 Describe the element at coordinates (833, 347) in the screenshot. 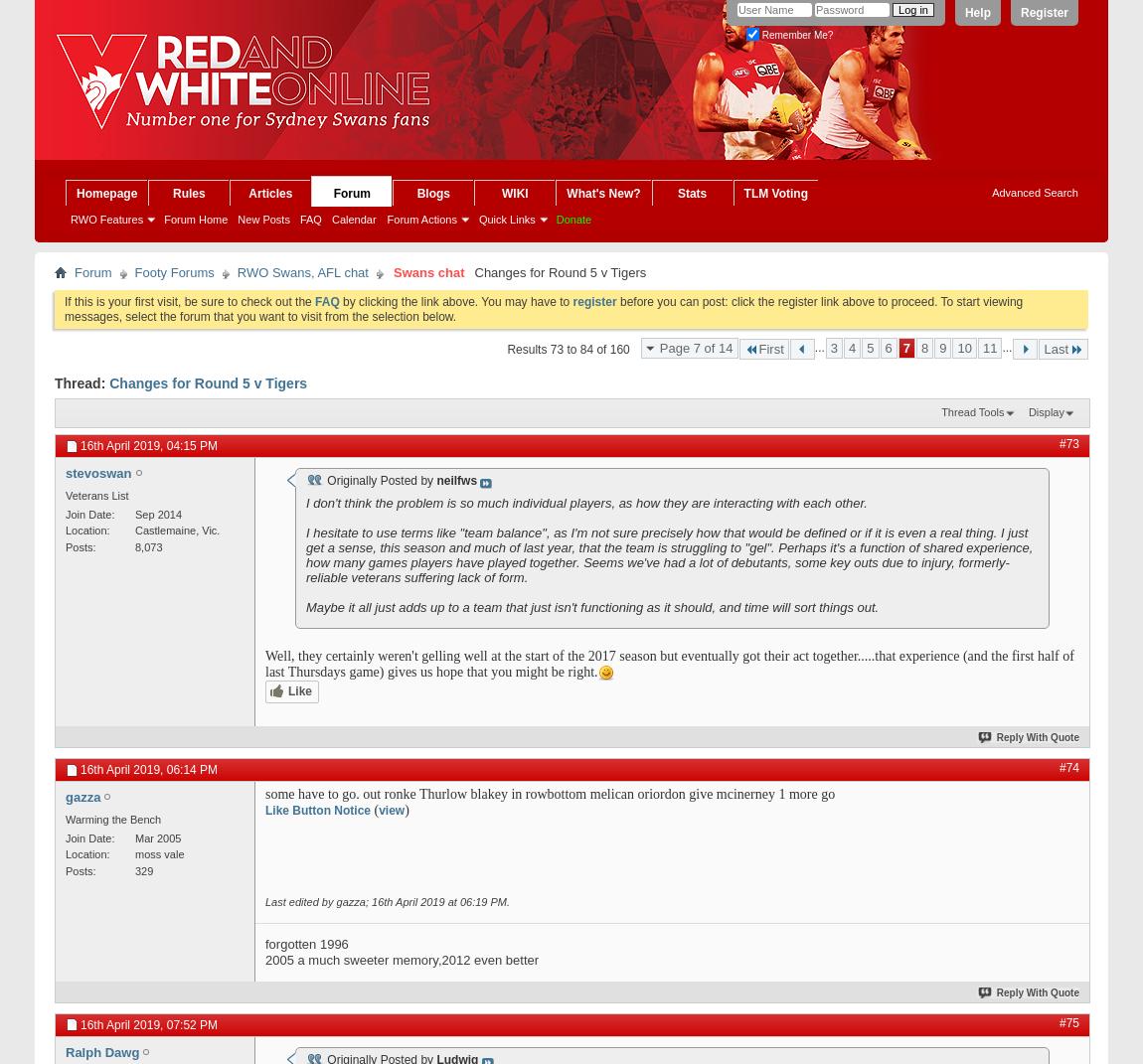

I see `'3'` at that location.